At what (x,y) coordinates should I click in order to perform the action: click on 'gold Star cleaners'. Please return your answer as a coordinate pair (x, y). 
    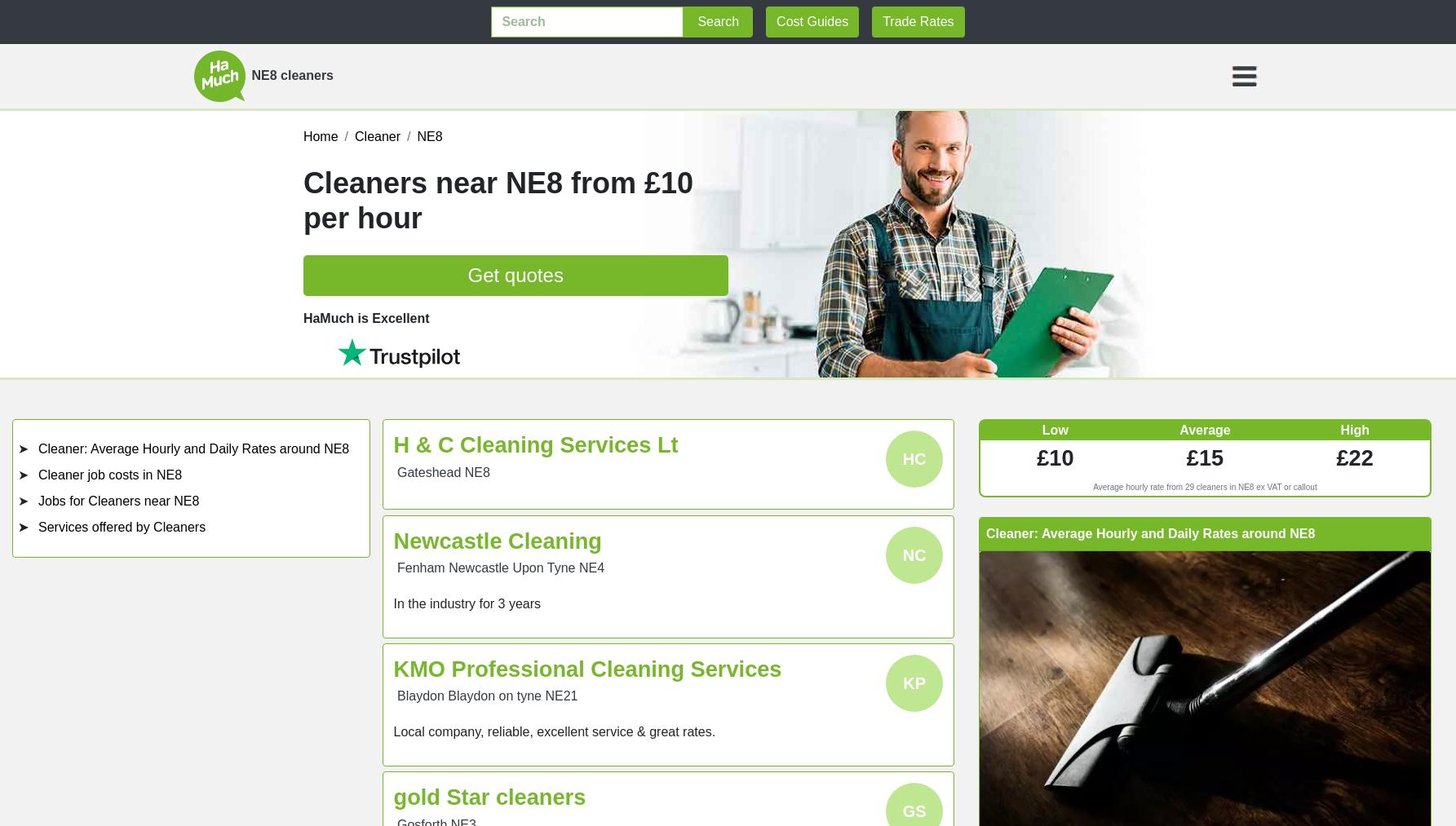
    Looking at the image, I should click on (489, 797).